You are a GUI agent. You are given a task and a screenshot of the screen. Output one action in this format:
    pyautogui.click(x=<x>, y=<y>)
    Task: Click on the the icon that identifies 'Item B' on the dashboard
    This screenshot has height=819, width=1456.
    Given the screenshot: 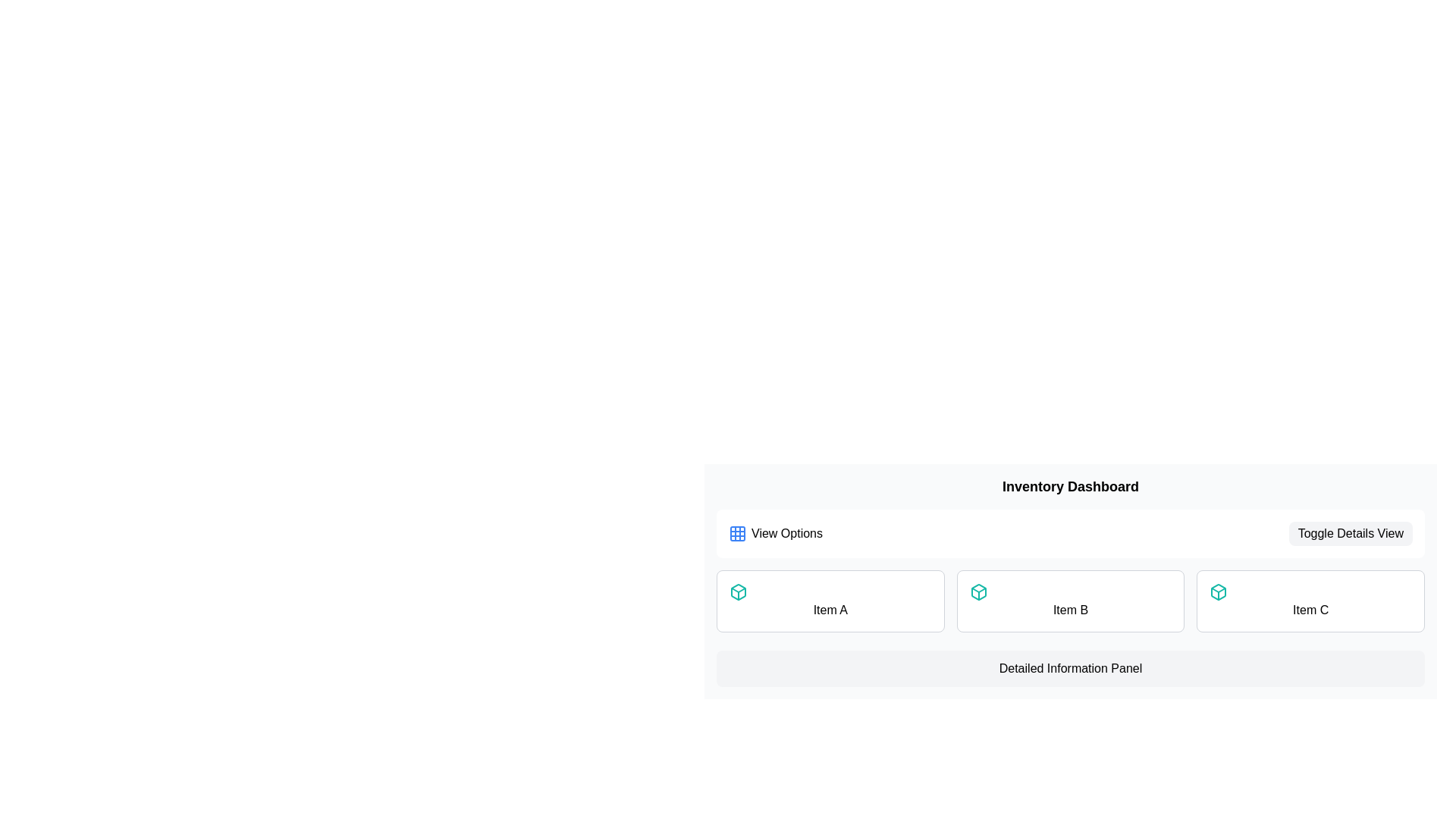 What is the action you would take?
    pyautogui.click(x=978, y=591)
    